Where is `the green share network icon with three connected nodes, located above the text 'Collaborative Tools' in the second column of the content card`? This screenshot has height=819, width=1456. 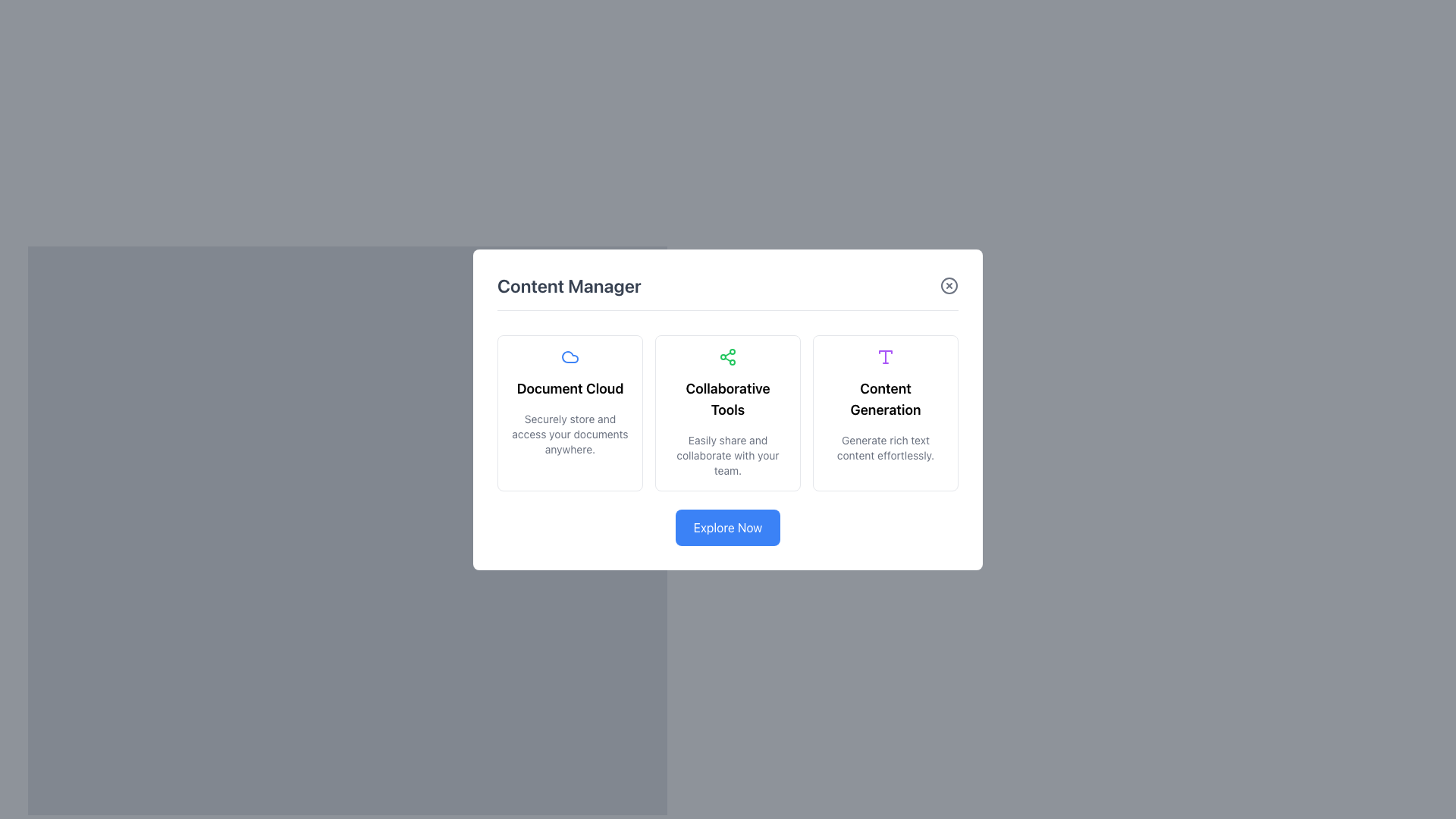
the green share network icon with three connected nodes, located above the text 'Collaborative Tools' in the second column of the content card is located at coordinates (728, 356).